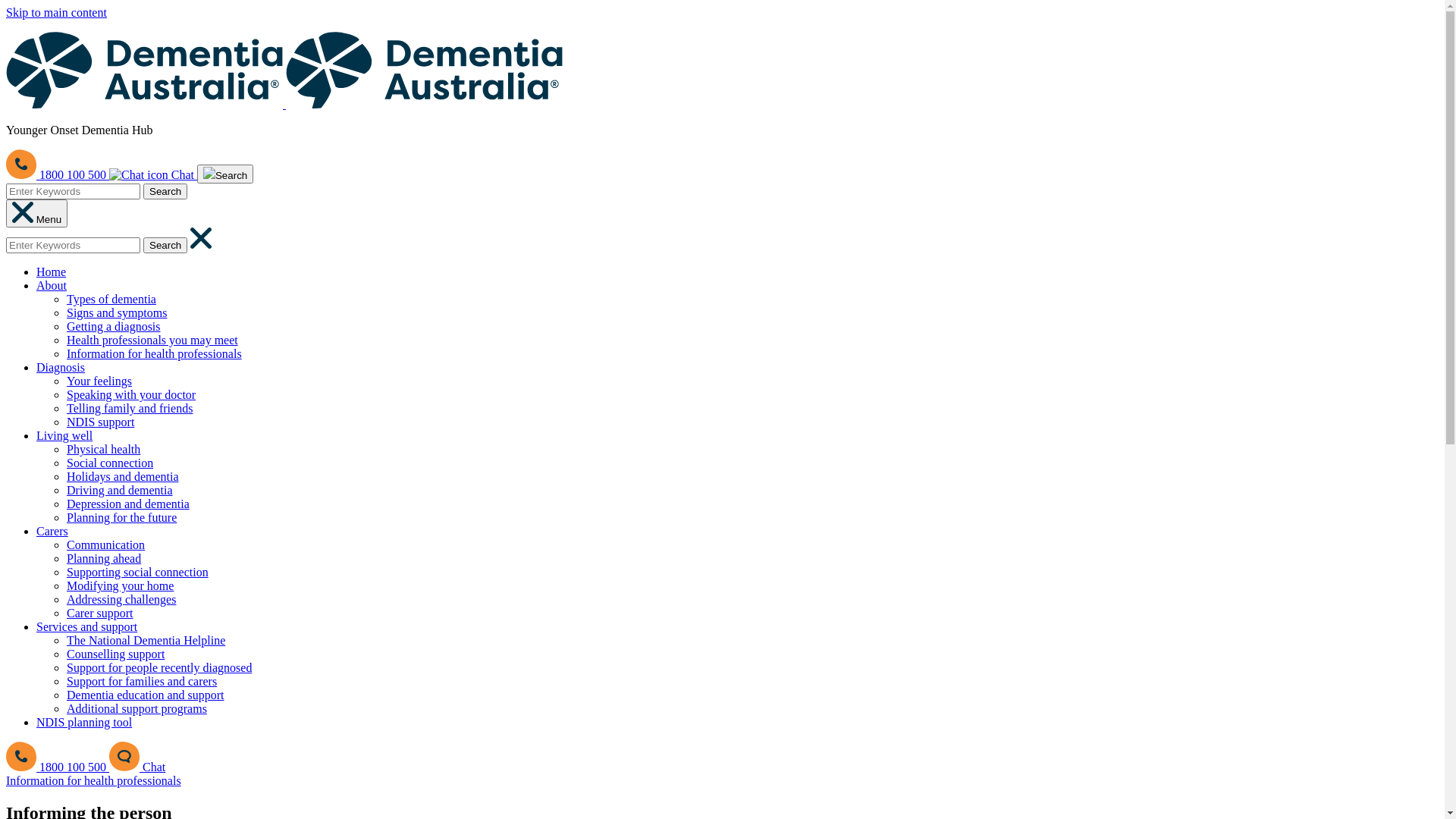 This screenshot has height=819, width=1456. I want to click on 'Carer support', so click(99, 612).